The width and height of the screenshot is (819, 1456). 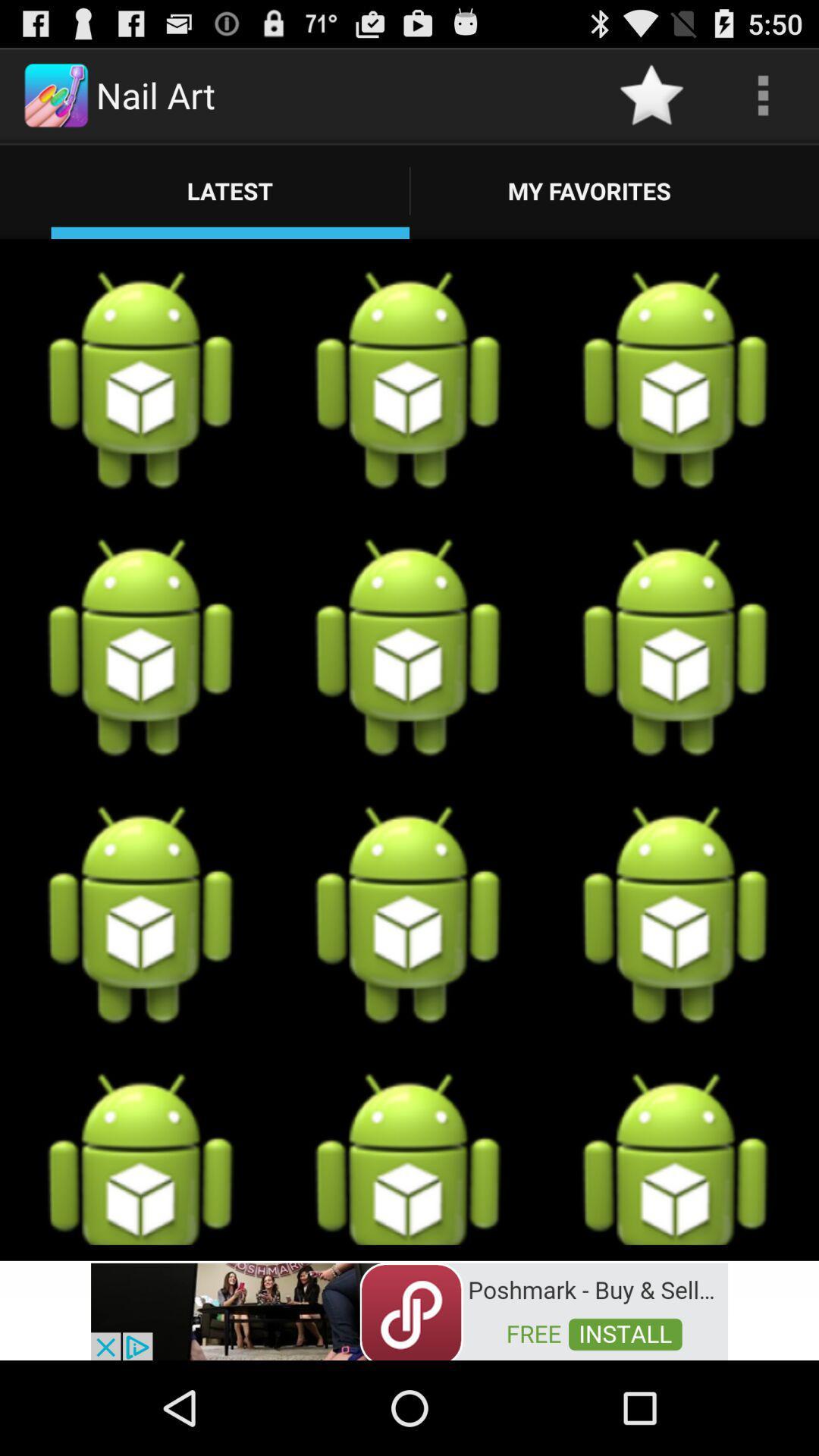 What do you see at coordinates (763, 94) in the screenshot?
I see `menu` at bounding box center [763, 94].